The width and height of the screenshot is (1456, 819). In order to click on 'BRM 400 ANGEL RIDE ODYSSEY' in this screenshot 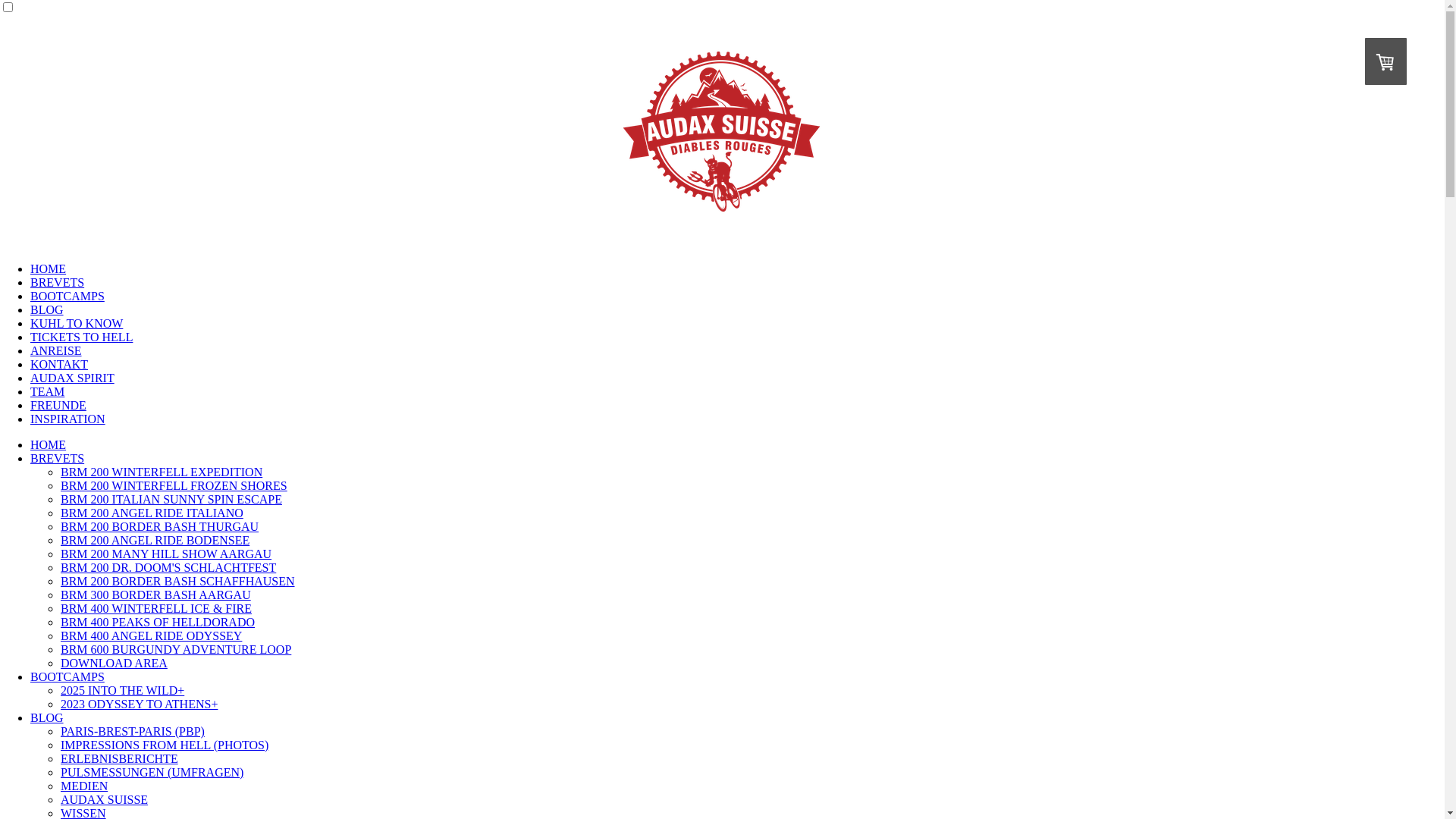, I will do `click(151, 635)`.